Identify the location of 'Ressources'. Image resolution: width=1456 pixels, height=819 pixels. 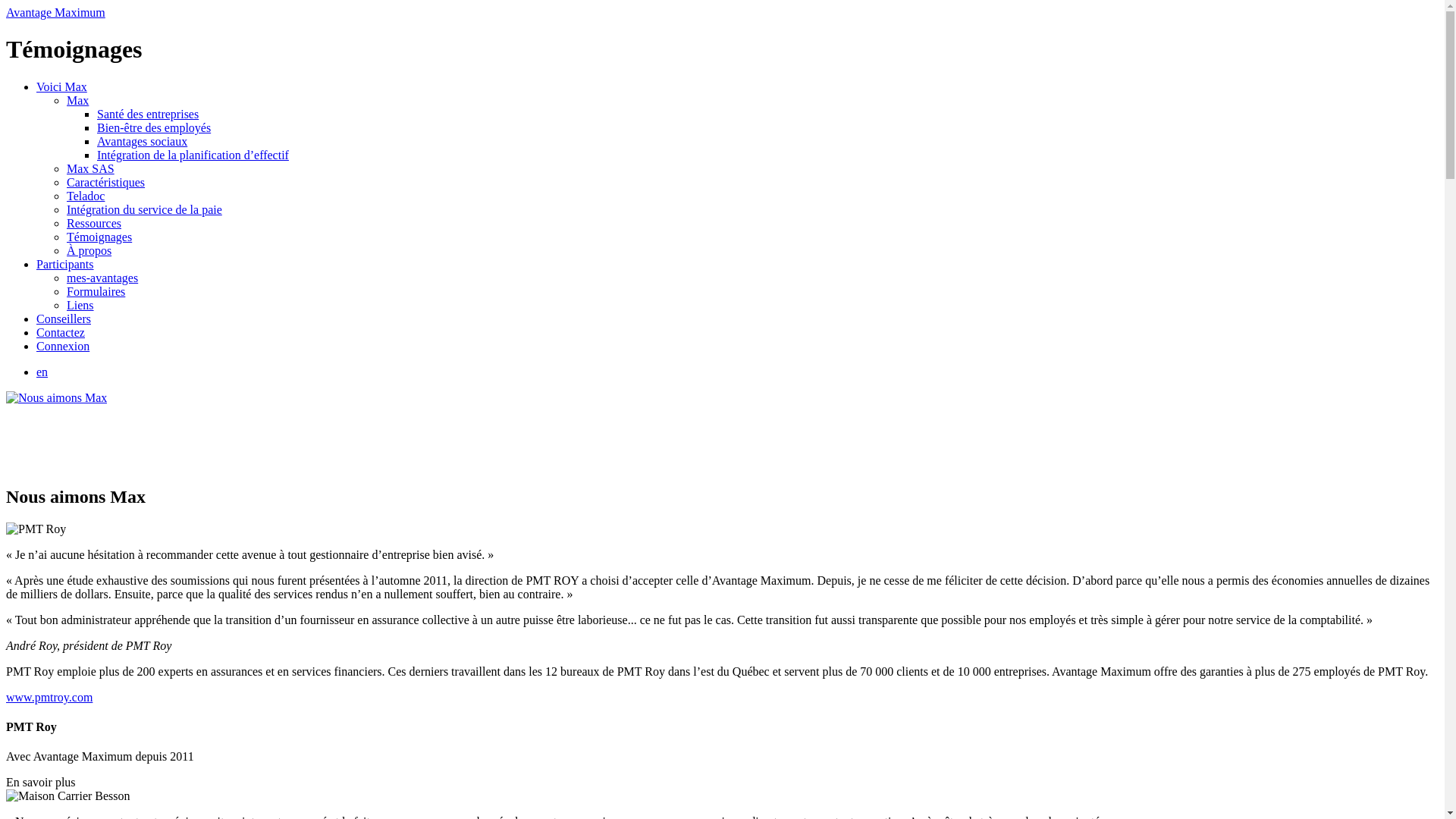
(93, 223).